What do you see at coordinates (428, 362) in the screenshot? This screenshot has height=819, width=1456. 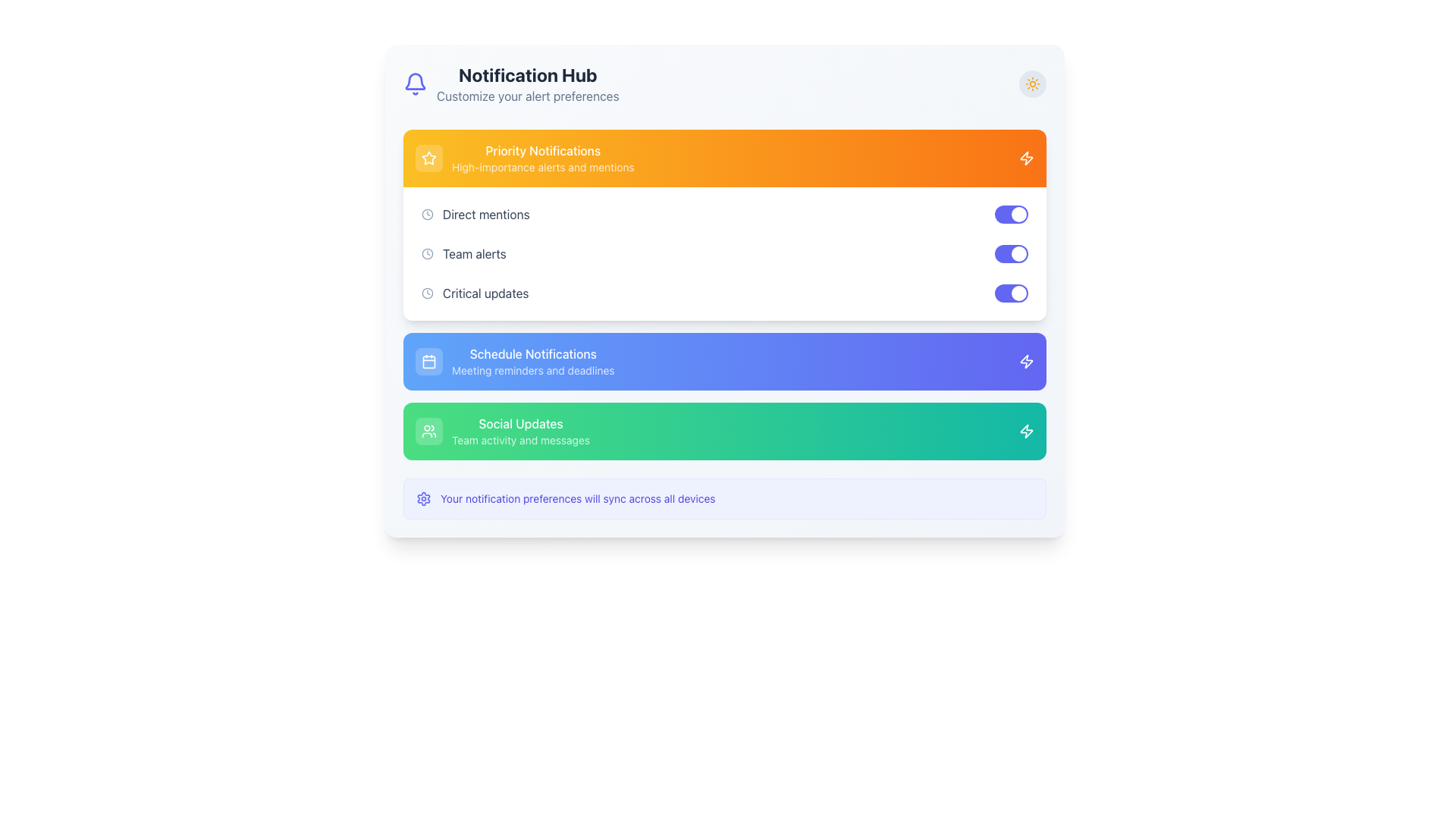 I see `the calendar notification icon positioned on the left within the 'Schedule Notifications' row, which contains the text 'Meeting reminders and deadlines.'` at bounding box center [428, 362].